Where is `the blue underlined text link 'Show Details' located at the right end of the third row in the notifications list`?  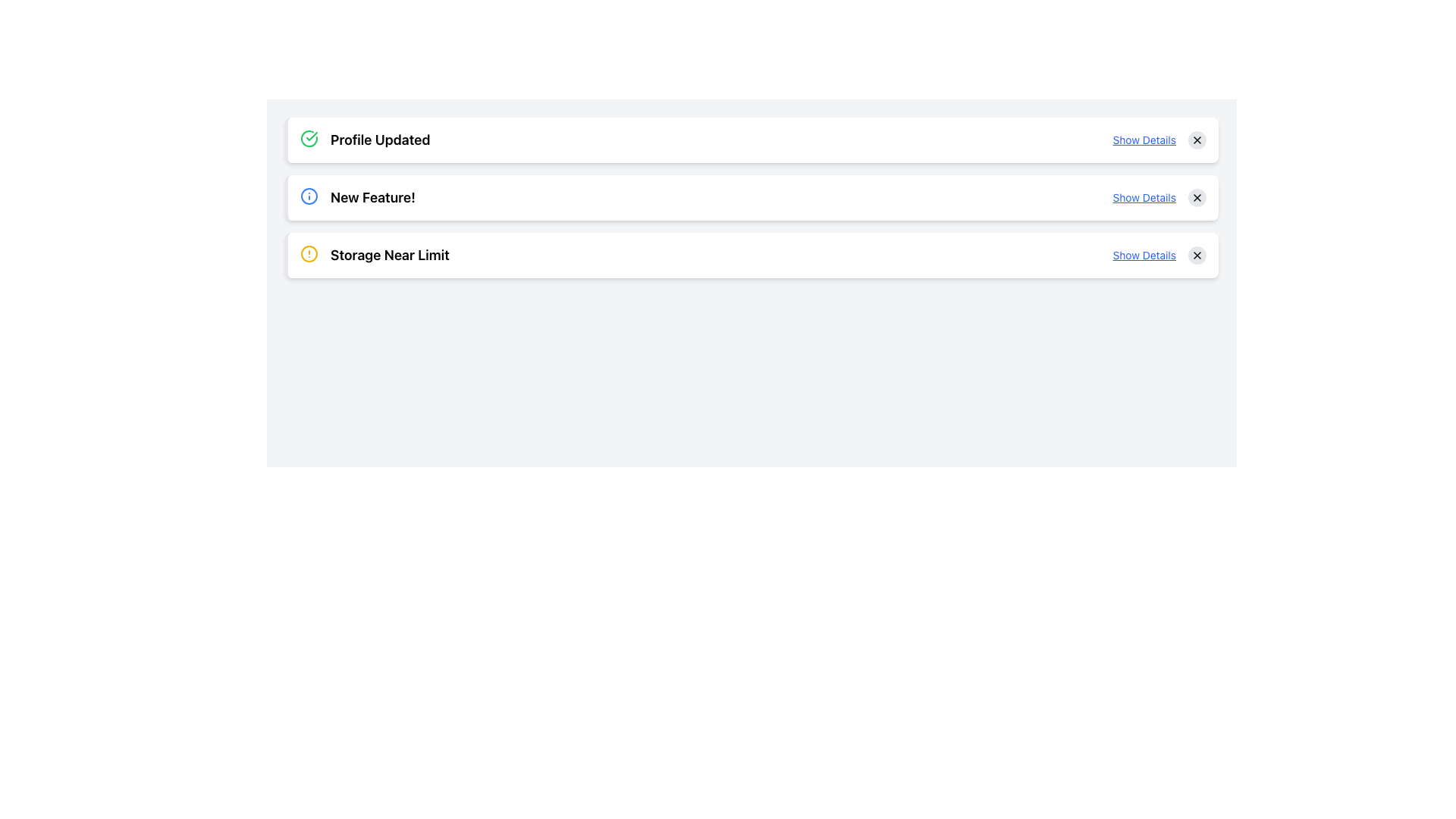 the blue underlined text link 'Show Details' located at the right end of the third row in the notifications list is located at coordinates (1144, 254).